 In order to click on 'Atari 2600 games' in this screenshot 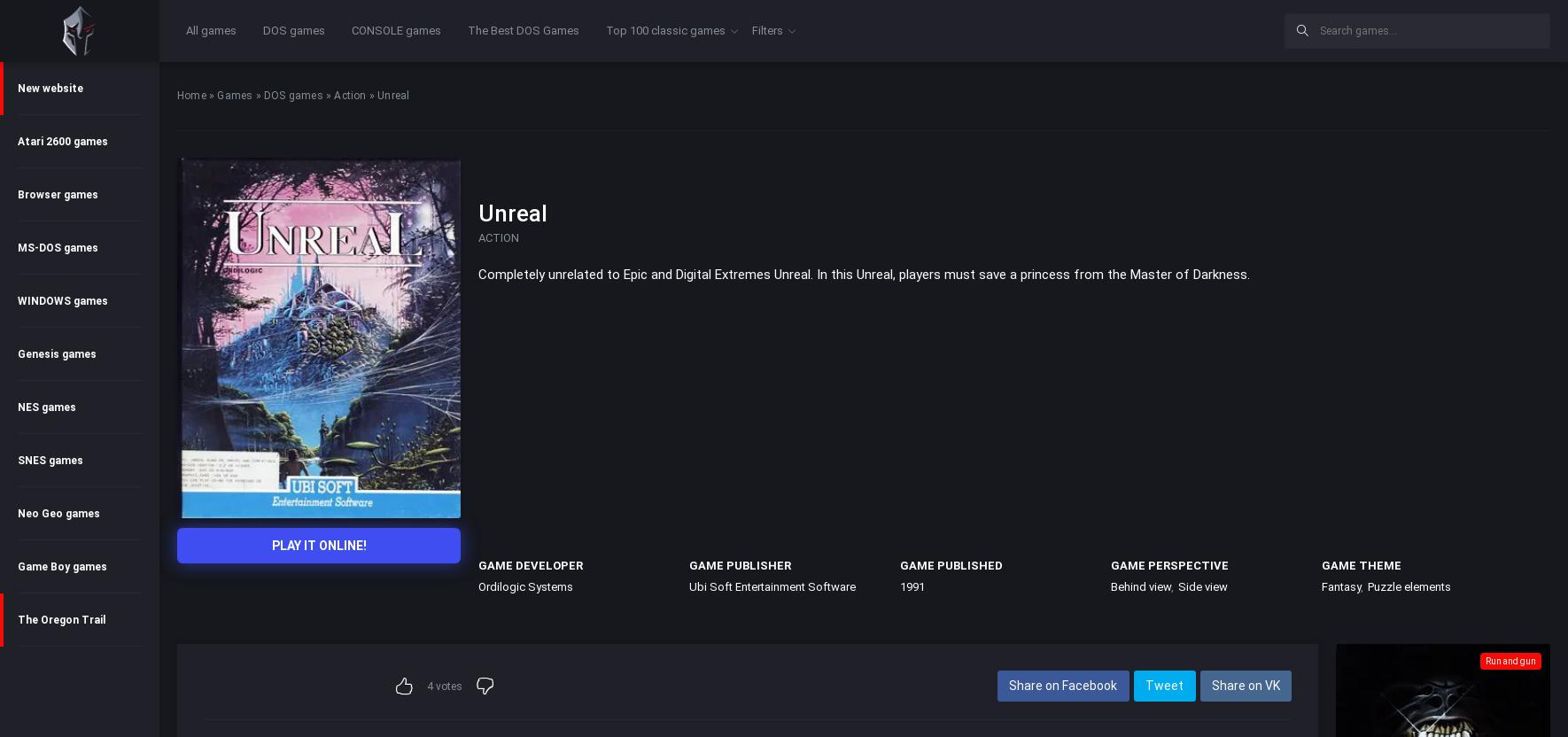, I will do `click(61, 140)`.